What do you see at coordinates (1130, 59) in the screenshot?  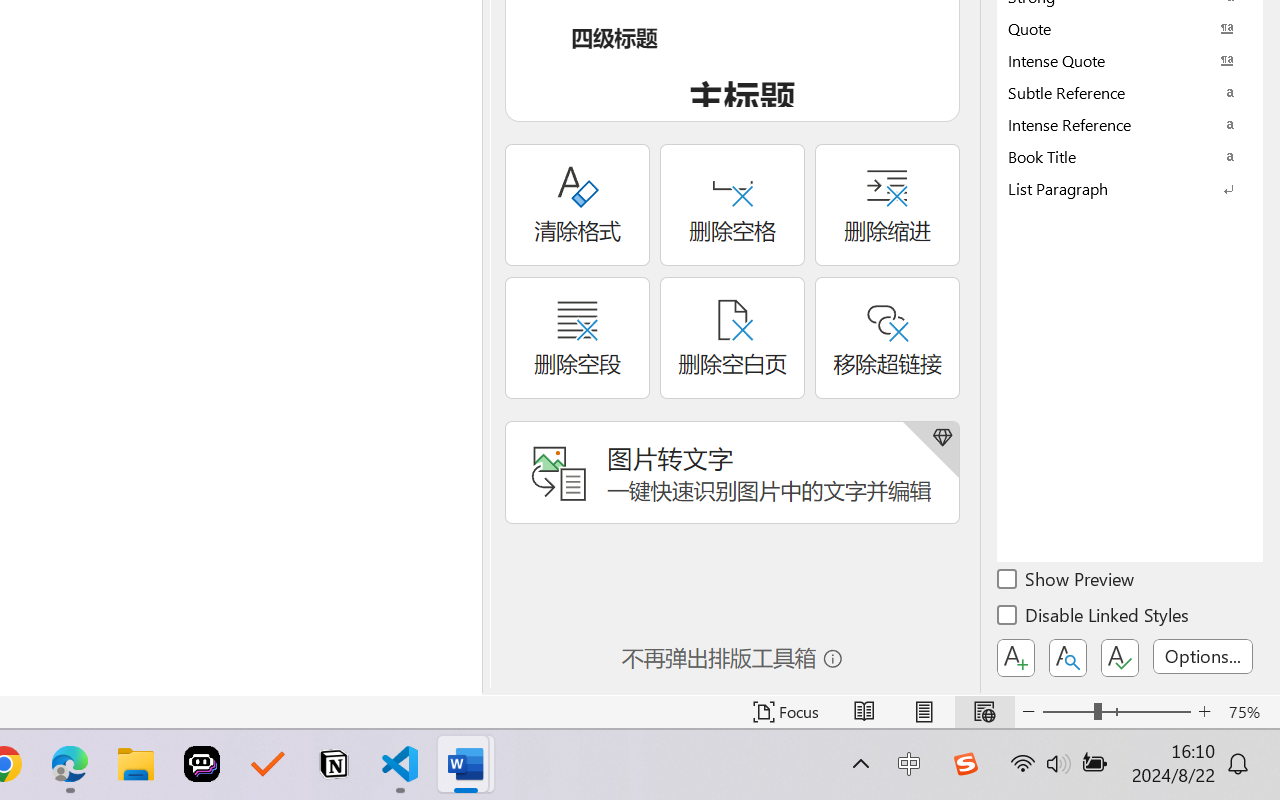 I see `'Intense Quote'` at bounding box center [1130, 59].